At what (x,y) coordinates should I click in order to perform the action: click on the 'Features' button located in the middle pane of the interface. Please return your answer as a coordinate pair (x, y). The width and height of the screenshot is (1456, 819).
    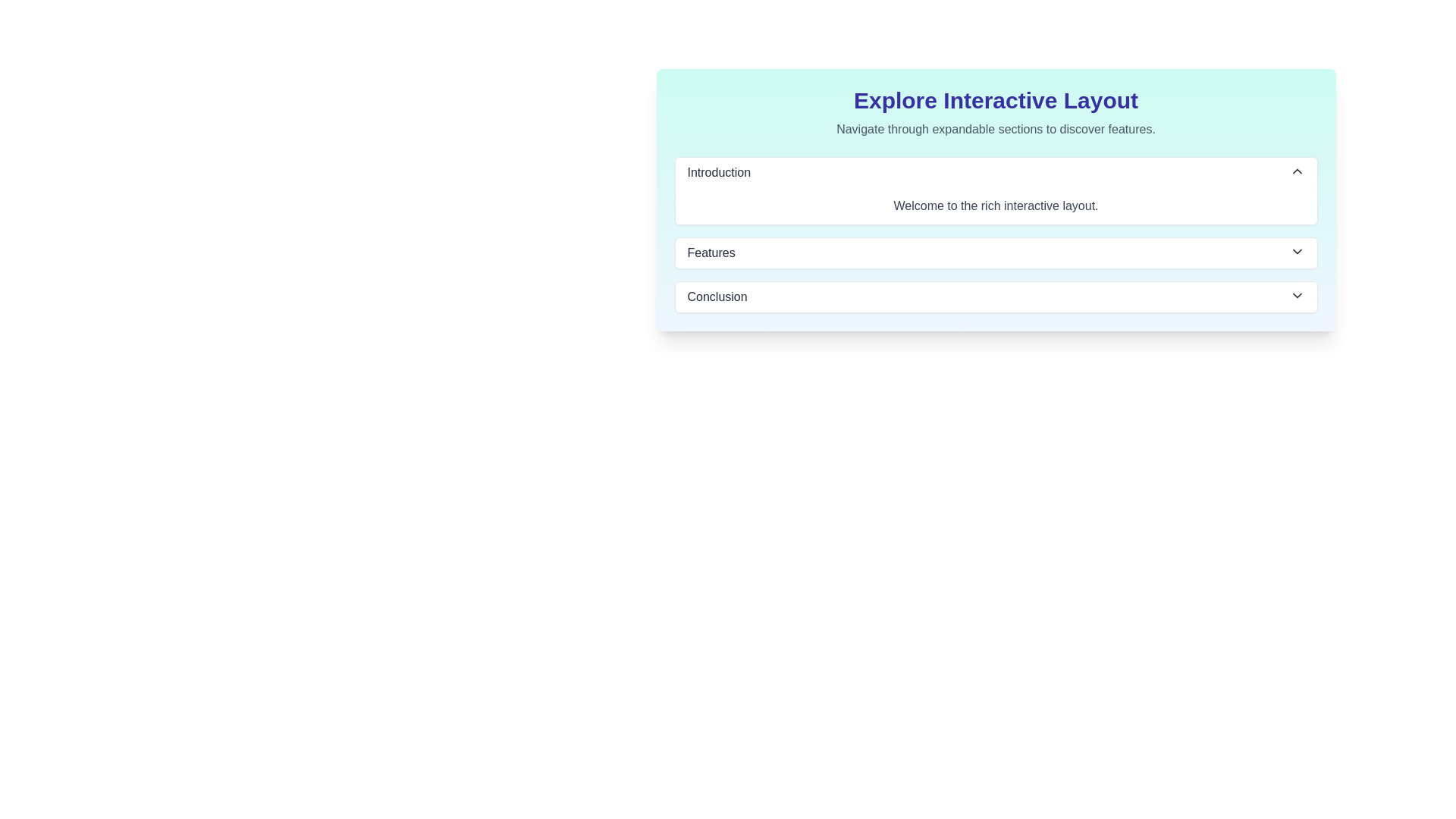
    Looking at the image, I should click on (996, 253).